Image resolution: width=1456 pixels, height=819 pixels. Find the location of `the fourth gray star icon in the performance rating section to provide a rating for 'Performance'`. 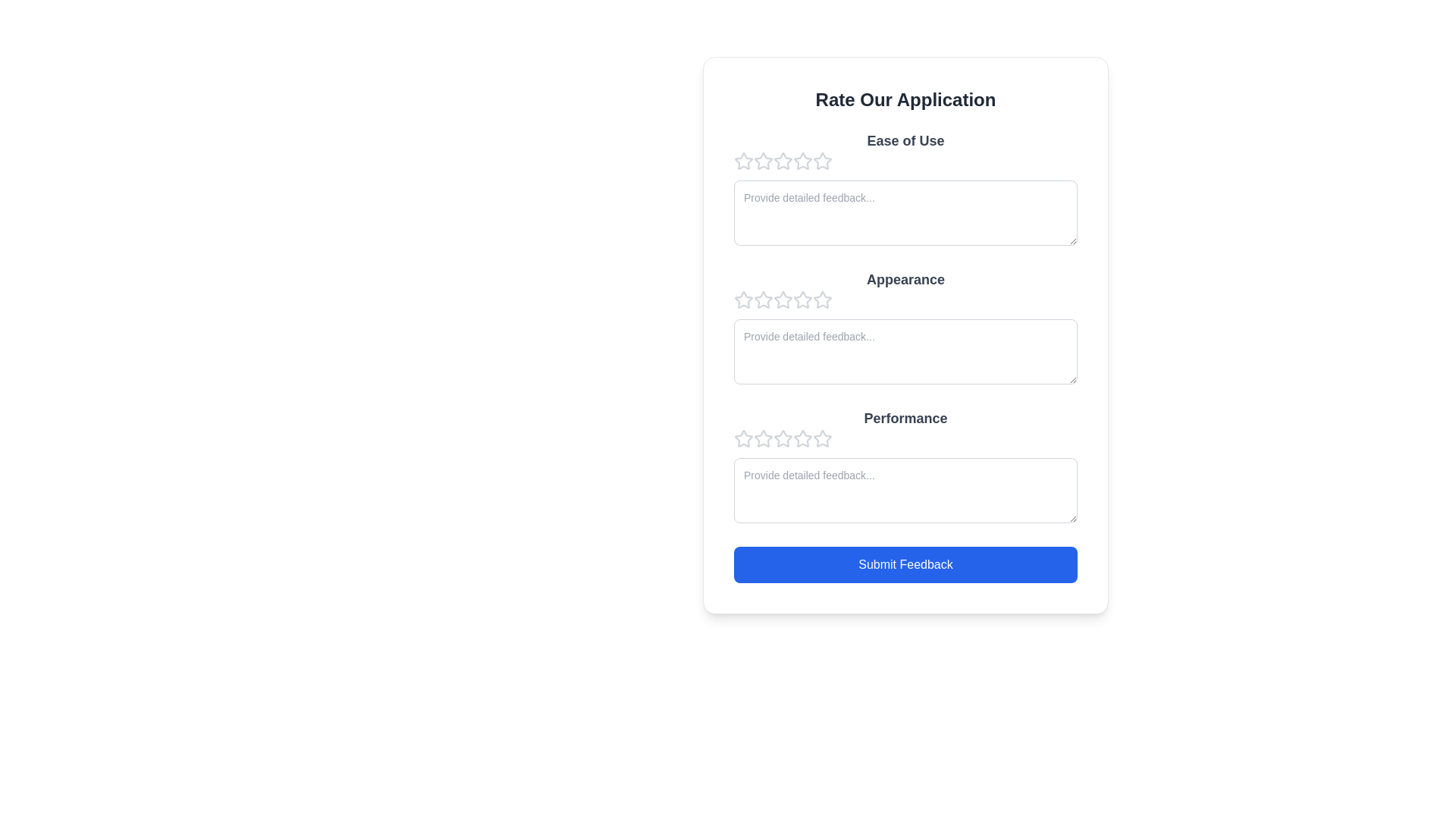

the fourth gray star icon in the performance rating section to provide a rating for 'Performance' is located at coordinates (783, 438).